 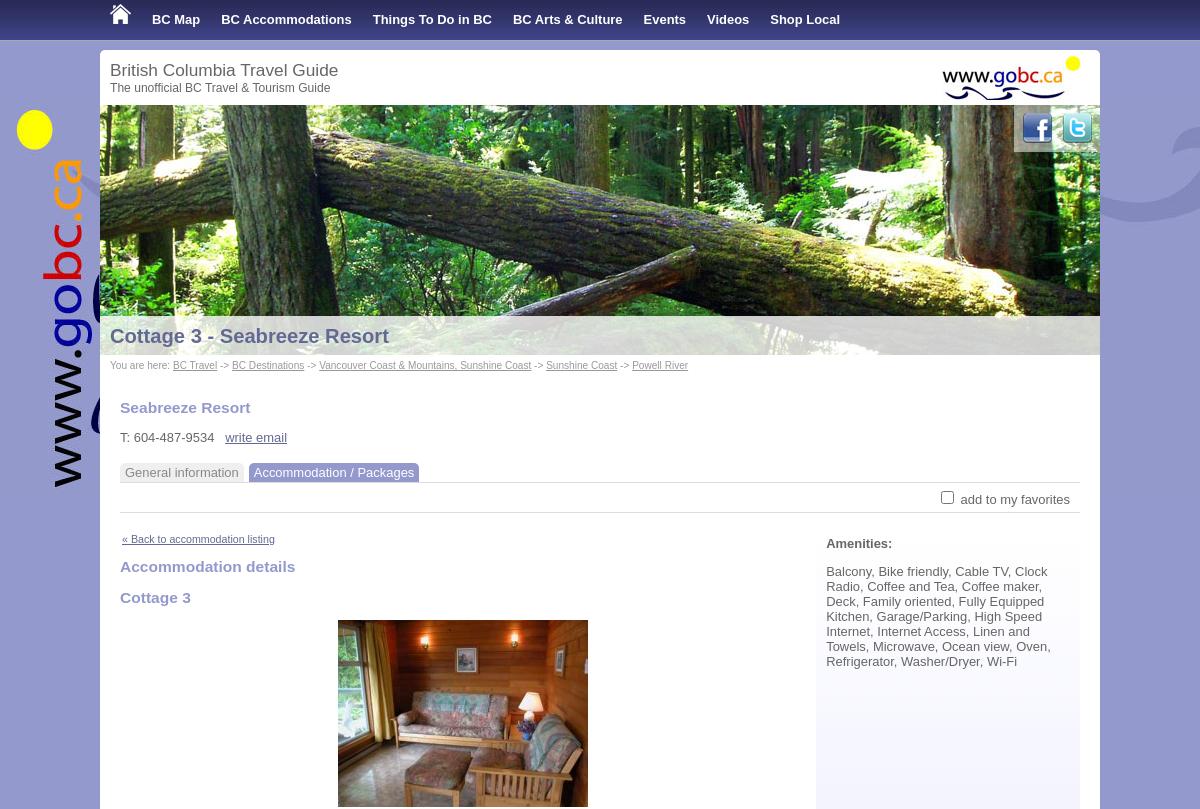 I want to click on 'Seabreeze Resort', so click(x=184, y=406).